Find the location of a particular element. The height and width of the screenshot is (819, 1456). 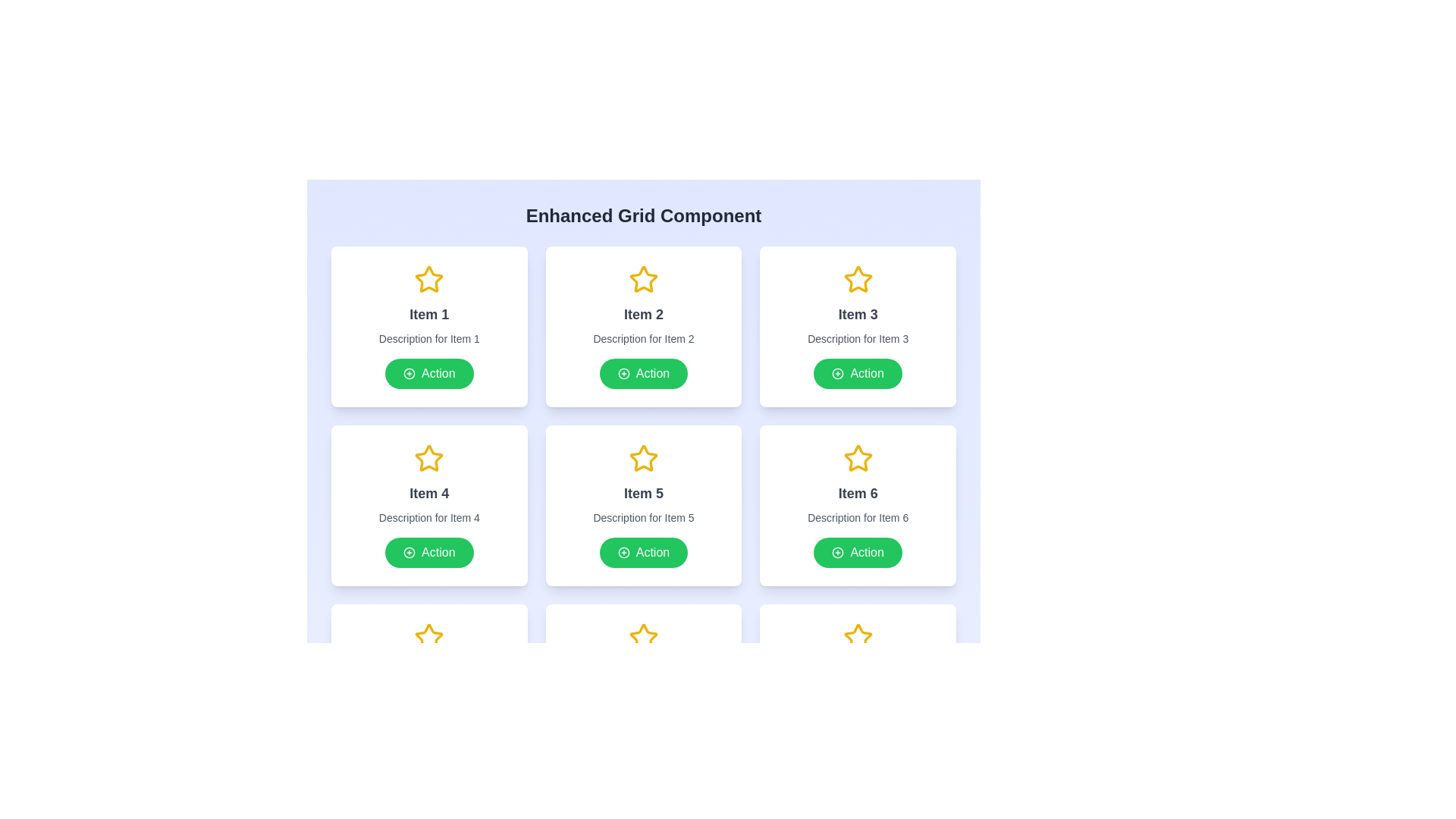

the static text element labeled 'Item 4' which is styled in bold dark gray and located in the second row, first column card of the grid layout is located at coordinates (428, 494).